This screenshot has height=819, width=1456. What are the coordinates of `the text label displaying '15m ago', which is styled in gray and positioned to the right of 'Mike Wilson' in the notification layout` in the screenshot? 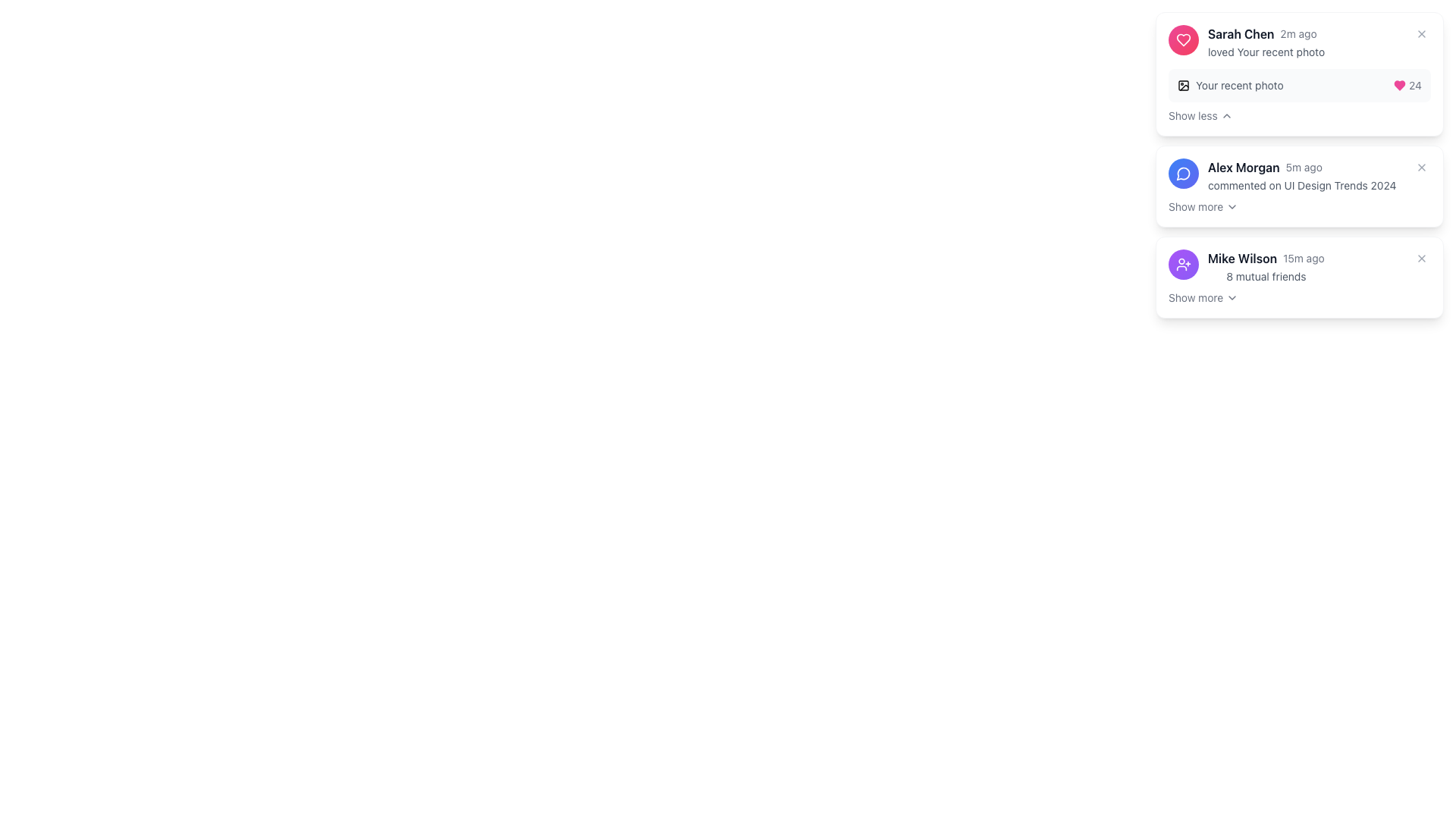 It's located at (1303, 257).